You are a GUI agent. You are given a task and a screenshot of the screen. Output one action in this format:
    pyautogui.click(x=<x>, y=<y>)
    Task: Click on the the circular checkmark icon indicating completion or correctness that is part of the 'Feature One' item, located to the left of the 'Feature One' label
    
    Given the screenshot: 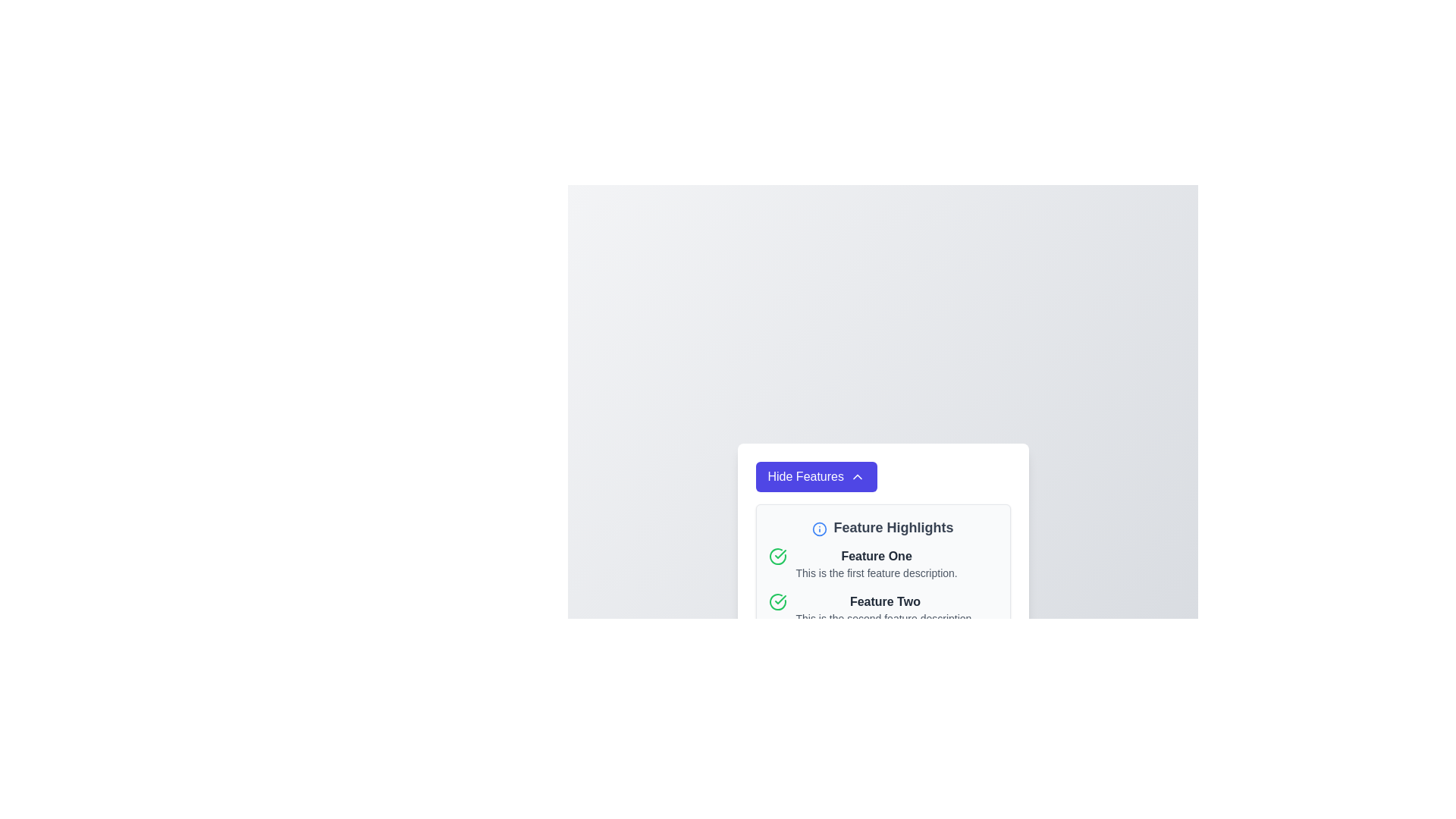 What is the action you would take?
    pyautogui.click(x=777, y=601)
    